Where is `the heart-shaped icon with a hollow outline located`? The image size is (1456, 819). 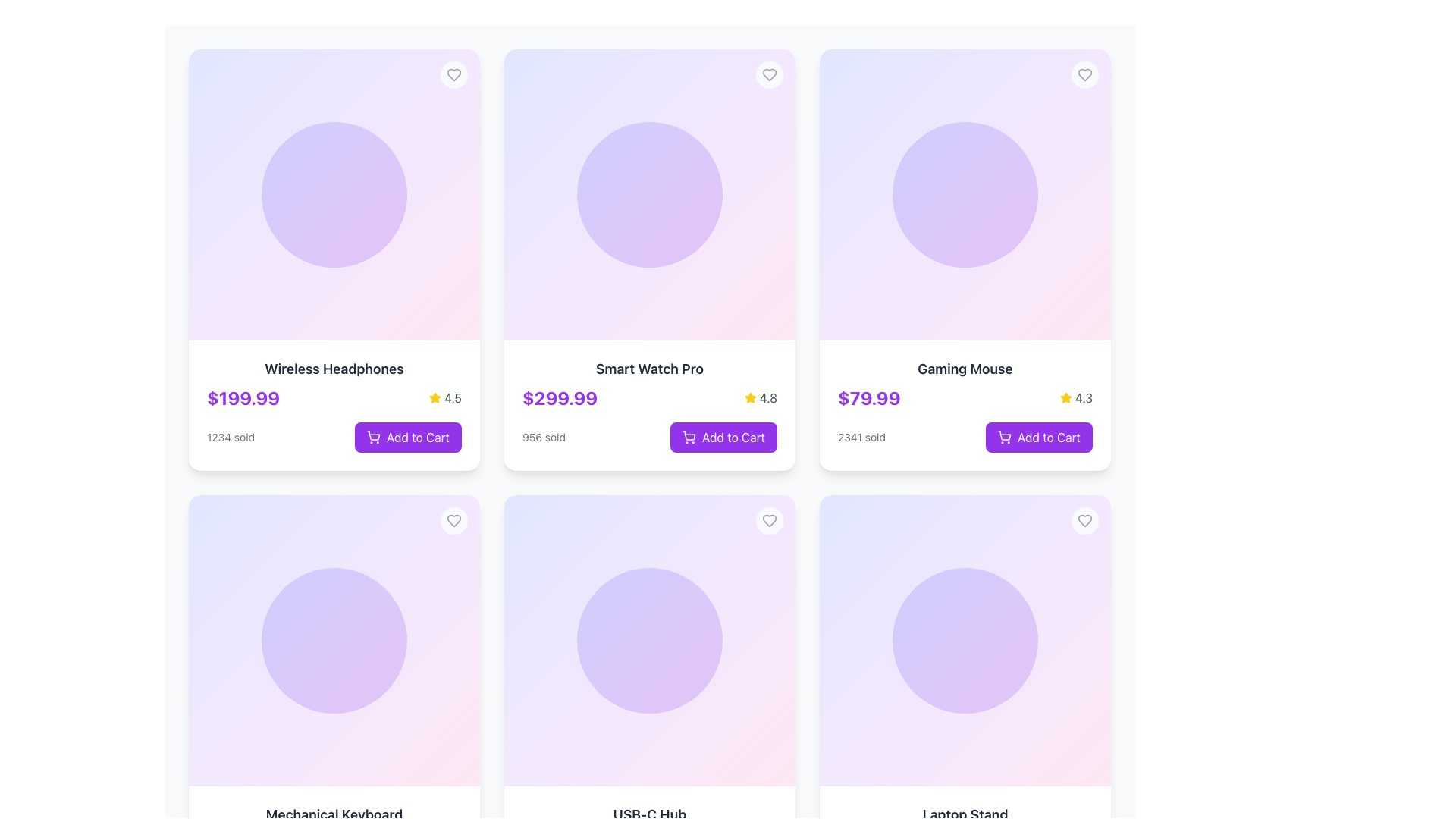 the heart-shaped icon with a hollow outline located is located at coordinates (453, 519).